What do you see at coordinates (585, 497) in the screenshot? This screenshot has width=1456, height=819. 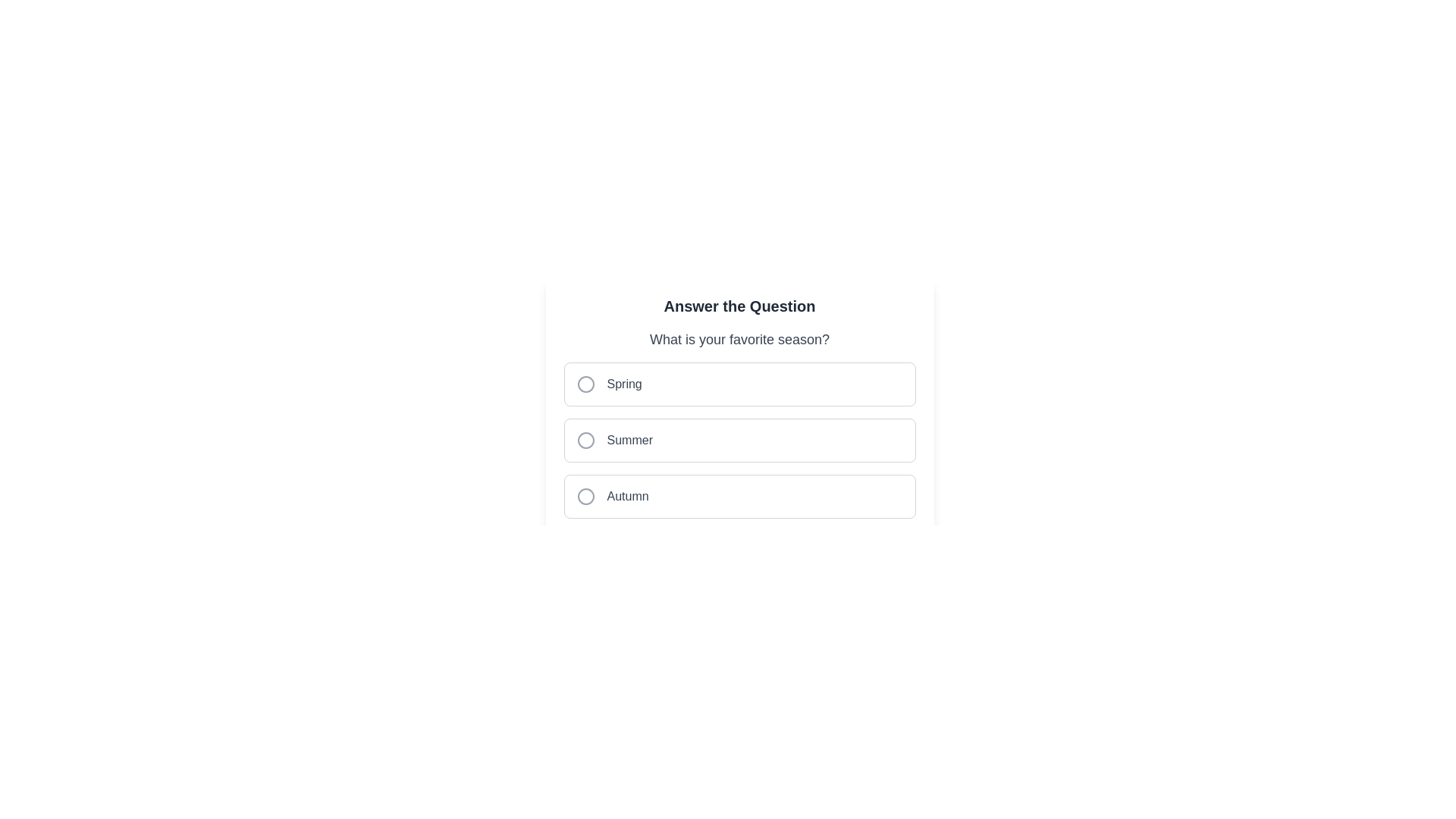 I see `the circular radio button selector for the 'Autumn' option` at bounding box center [585, 497].